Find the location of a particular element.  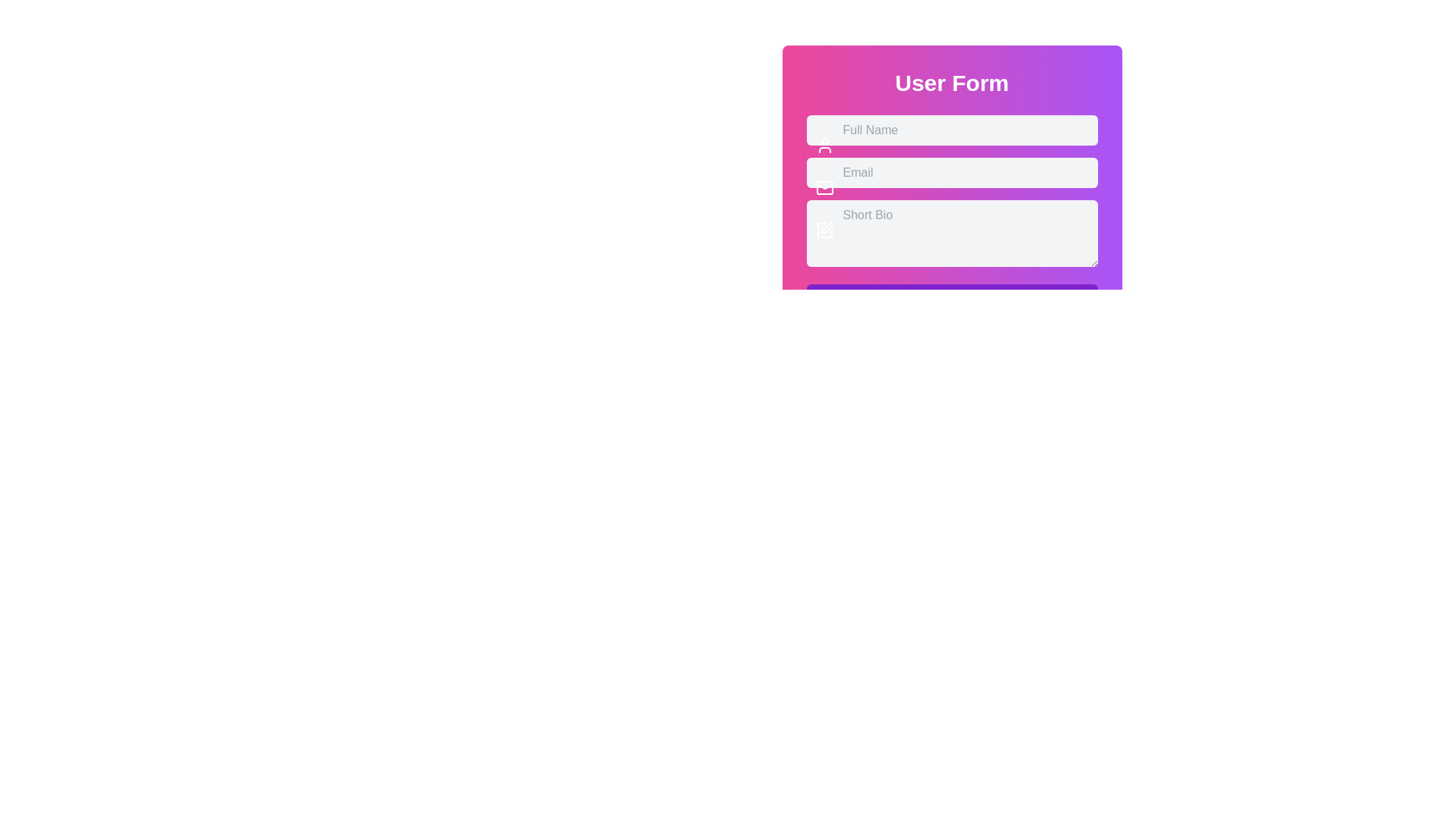

the user SVG icon located next to the 'Full Name' input field, which is the first element in the vertical sequence of input fields on the form is located at coordinates (824, 146).